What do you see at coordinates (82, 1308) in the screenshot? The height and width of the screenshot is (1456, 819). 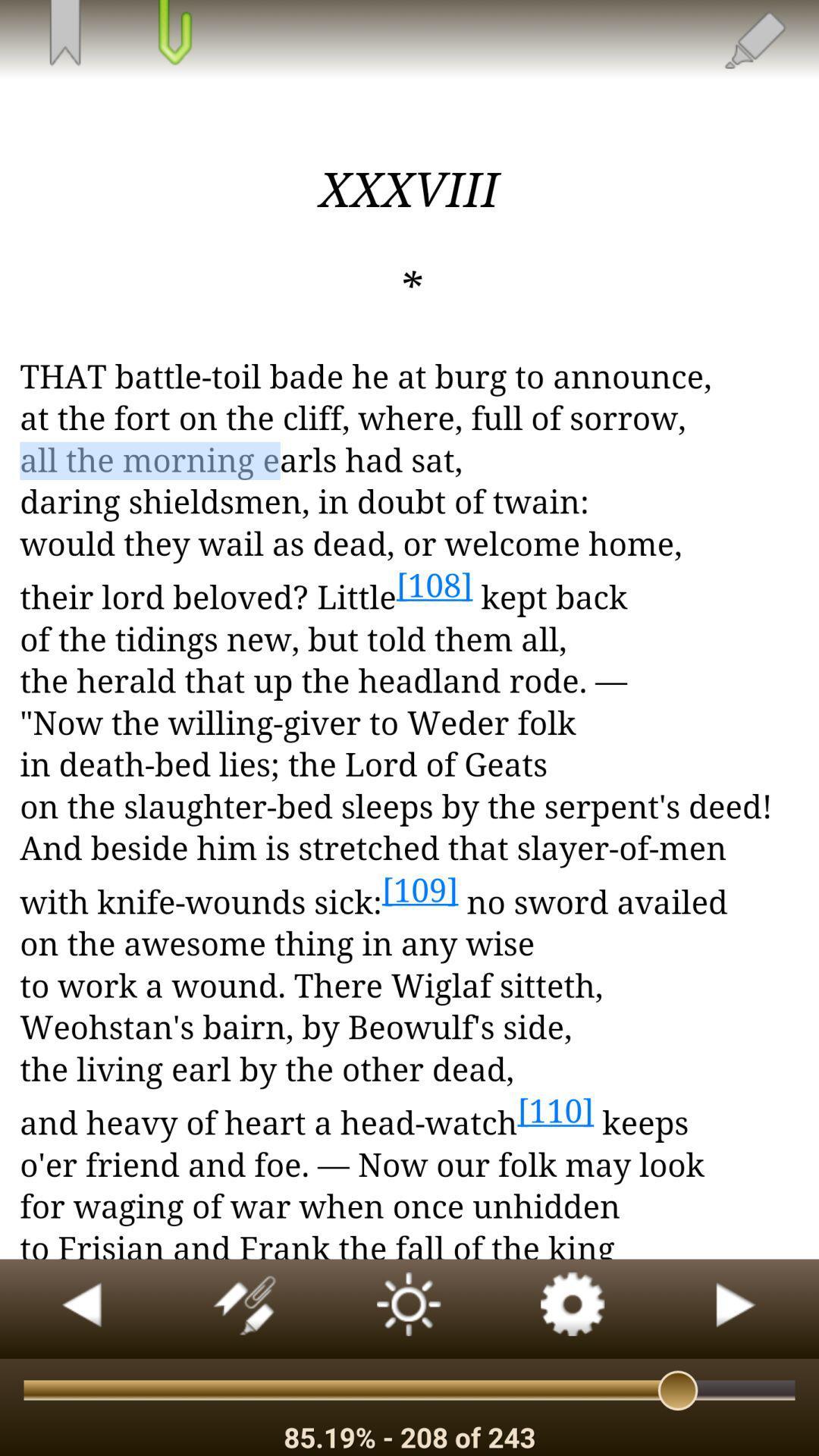 I see `go back` at bounding box center [82, 1308].